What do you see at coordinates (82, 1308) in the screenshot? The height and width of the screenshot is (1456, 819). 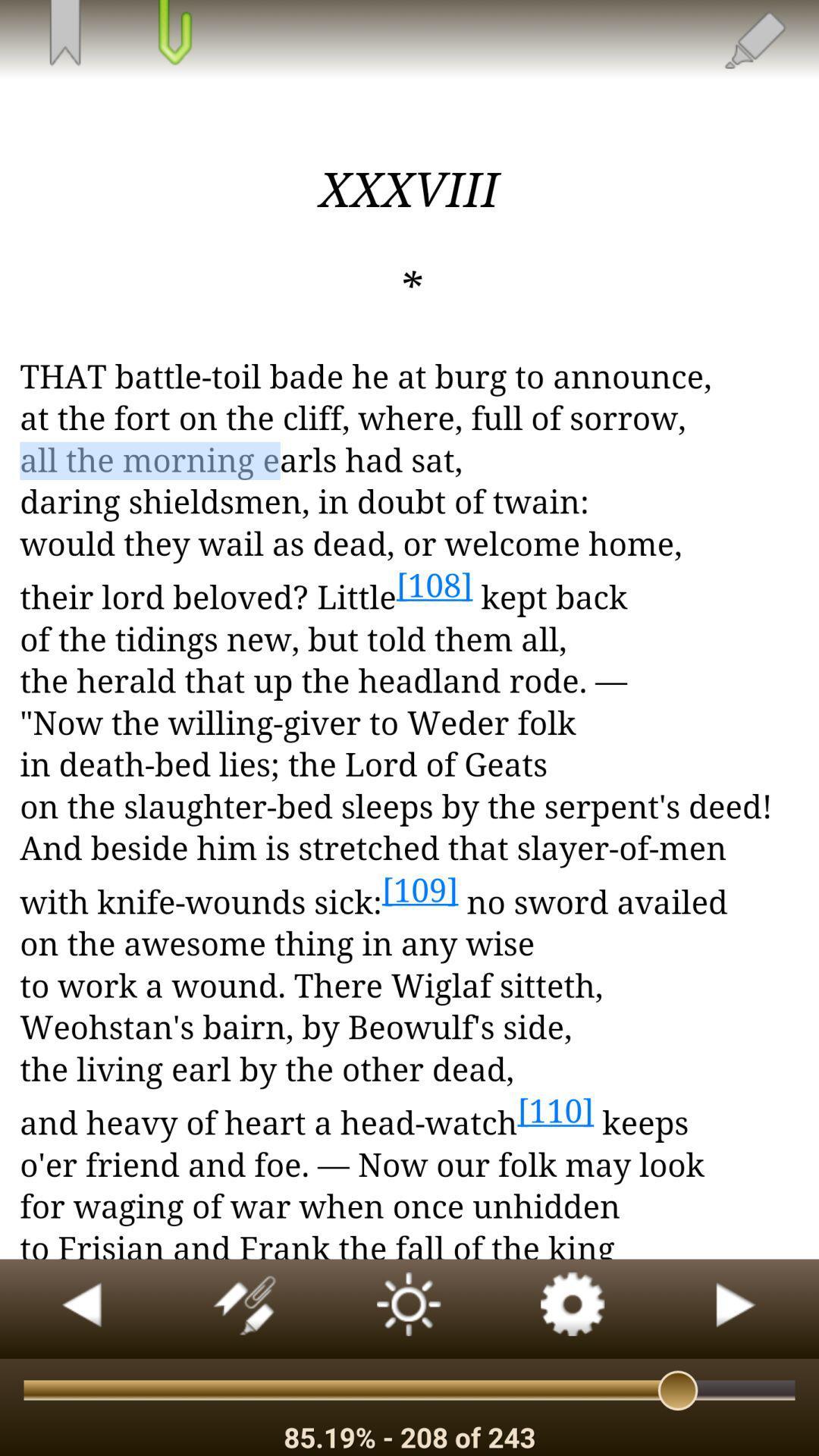 I see `go back` at bounding box center [82, 1308].